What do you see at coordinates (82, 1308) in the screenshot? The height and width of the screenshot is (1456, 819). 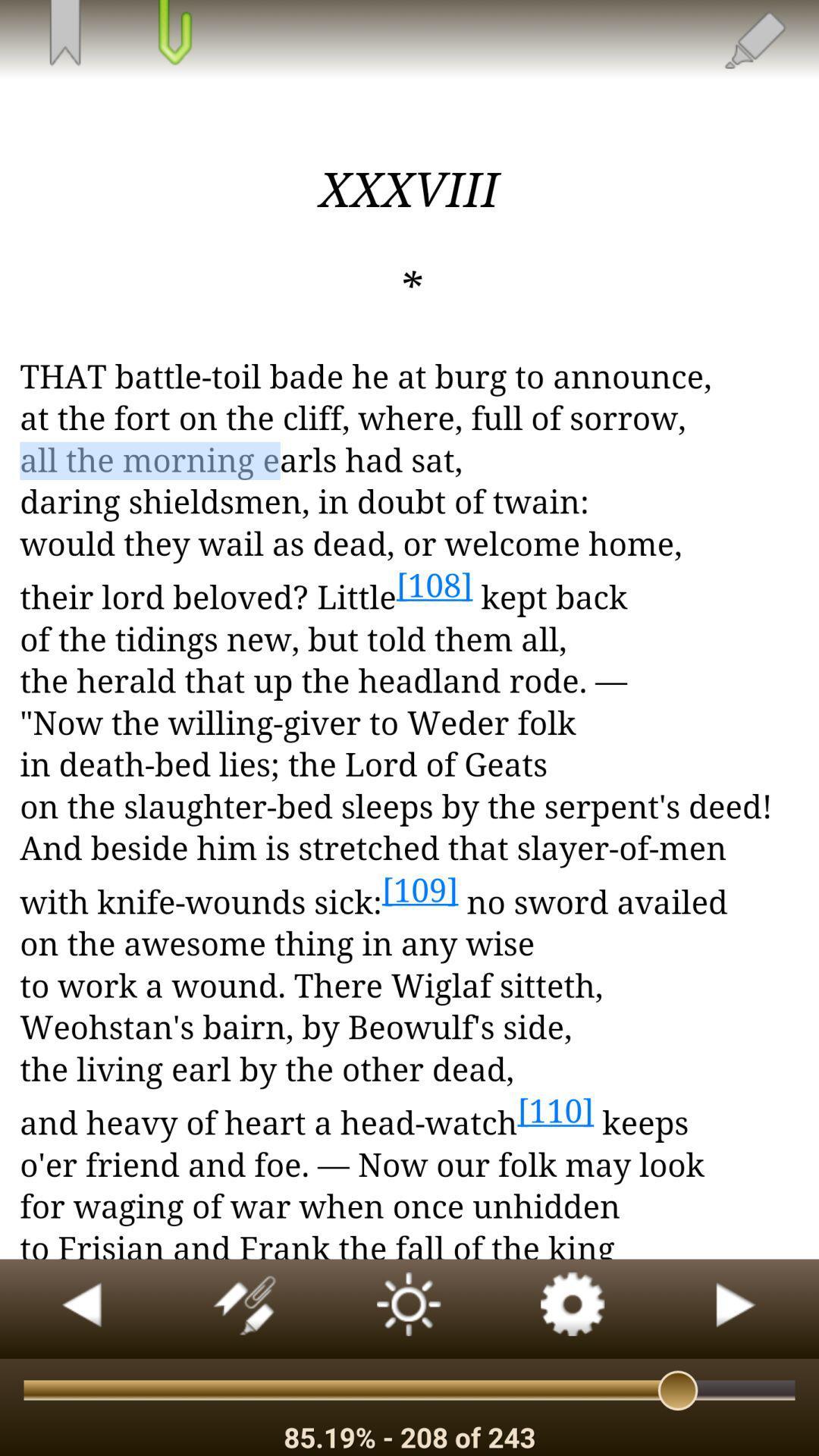 I see `go back` at bounding box center [82, 1308].